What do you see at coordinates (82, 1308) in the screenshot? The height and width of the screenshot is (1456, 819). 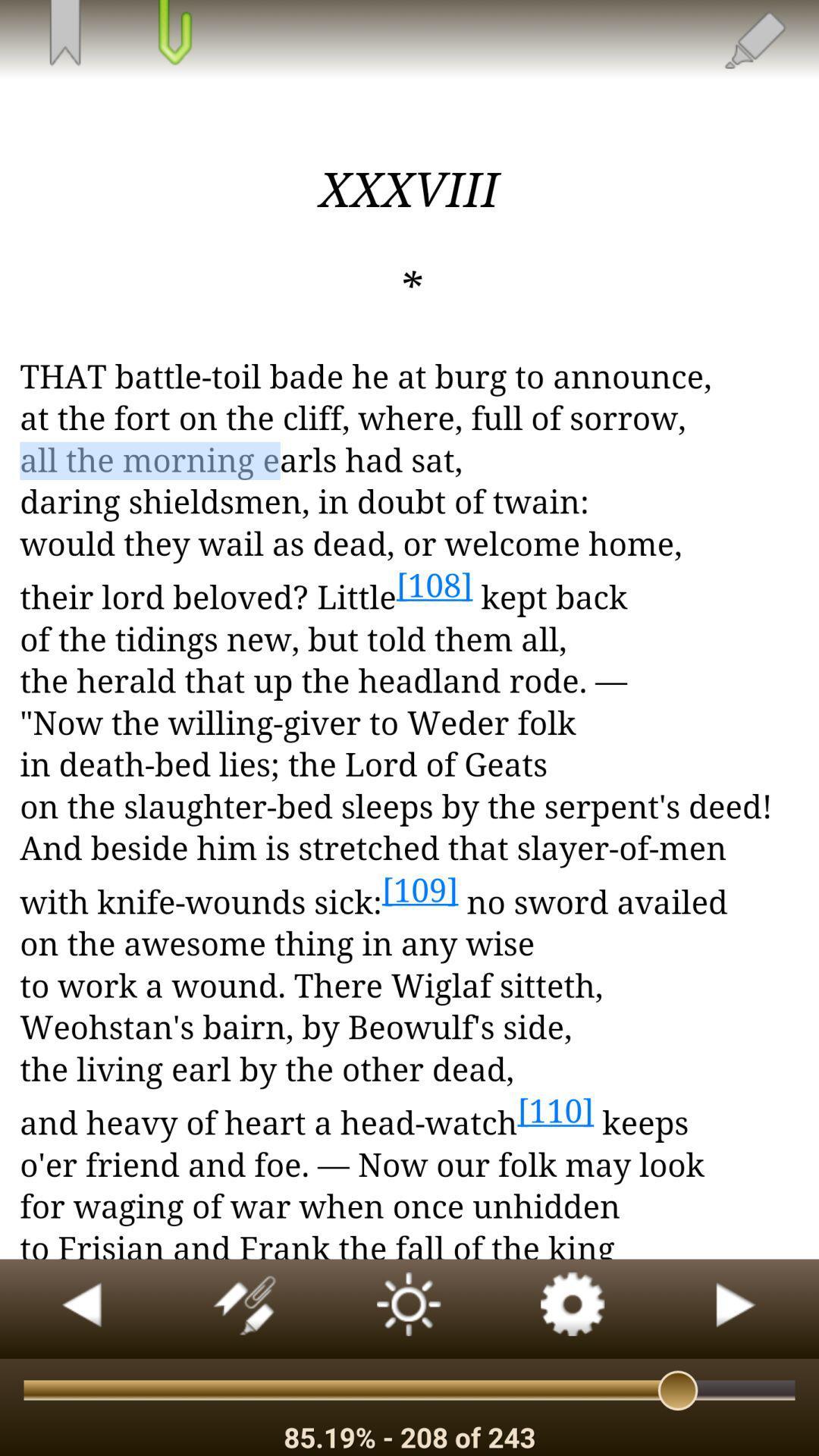 I see `go back` at bounding box center [82, 1308].